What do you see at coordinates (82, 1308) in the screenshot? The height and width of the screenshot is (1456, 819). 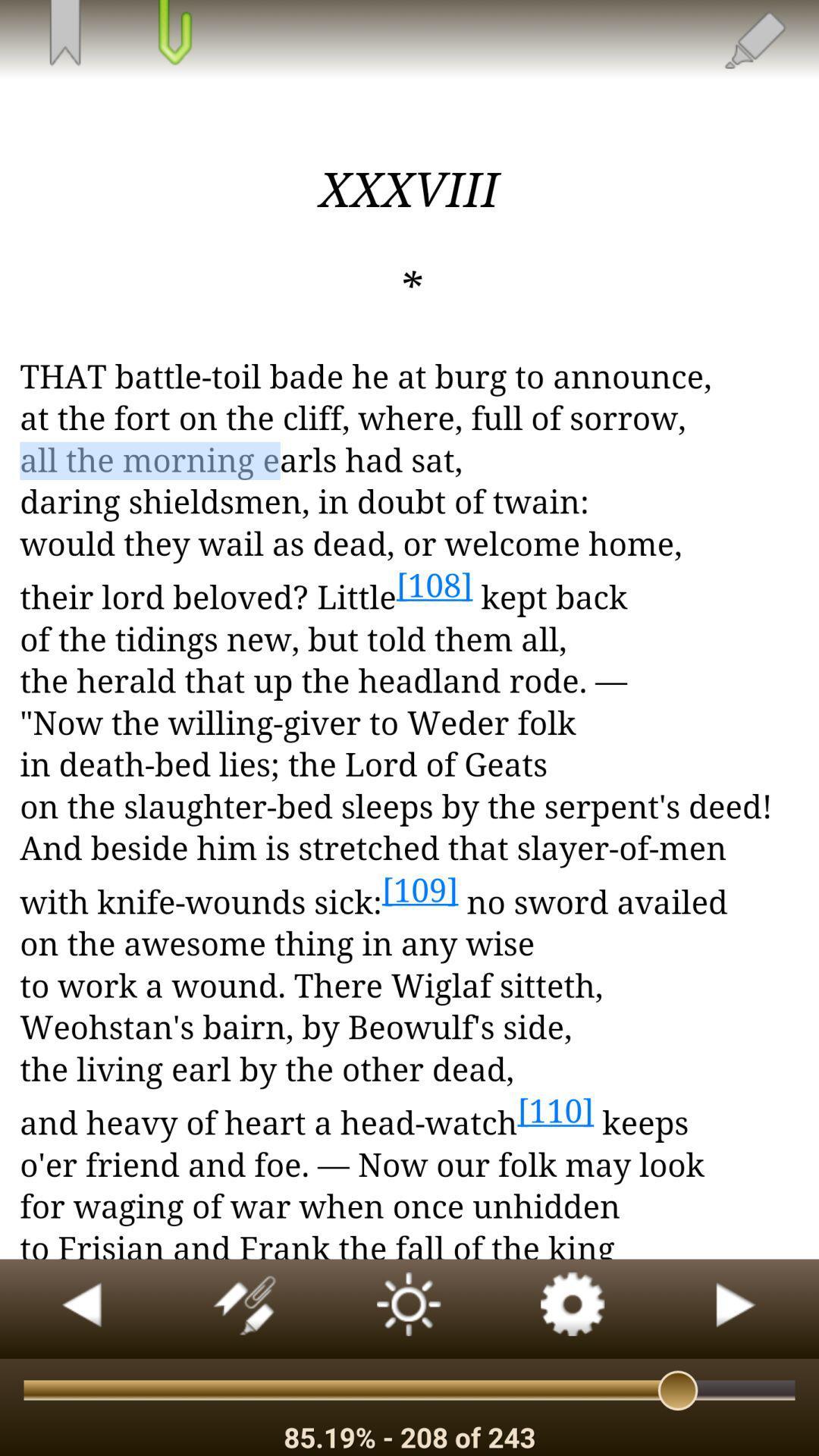 I see `go back` at bounding box center [82, 1308].